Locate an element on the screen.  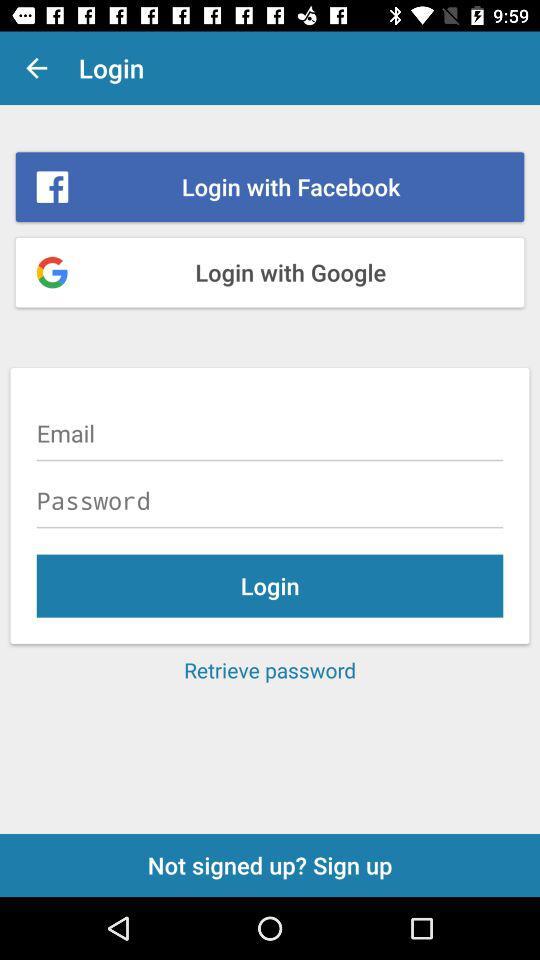
type your password is located at coordinates (270, 499).